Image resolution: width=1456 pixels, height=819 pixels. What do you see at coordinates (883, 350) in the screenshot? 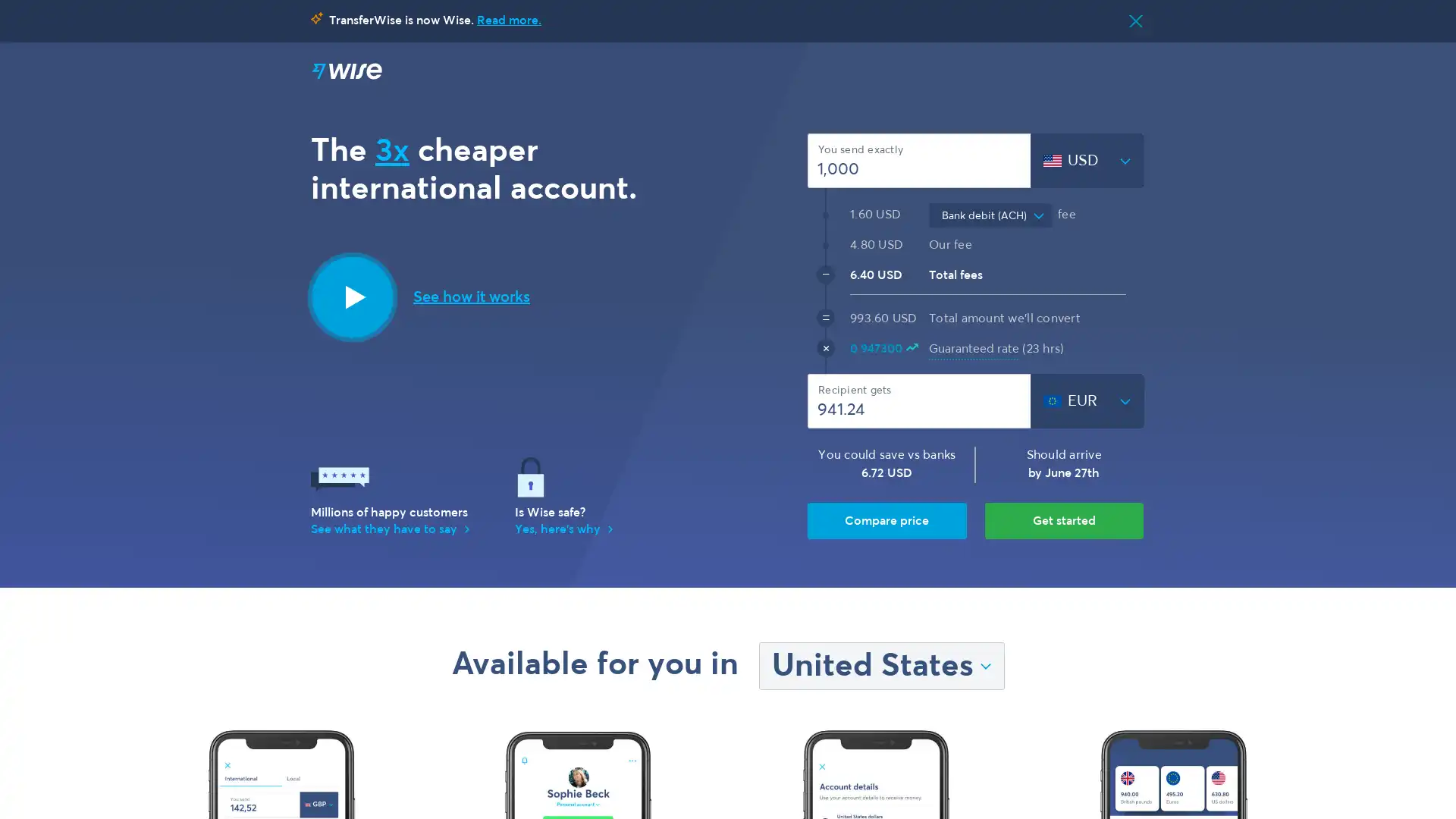
I see `0.947300` at bounding box center [883, 350].